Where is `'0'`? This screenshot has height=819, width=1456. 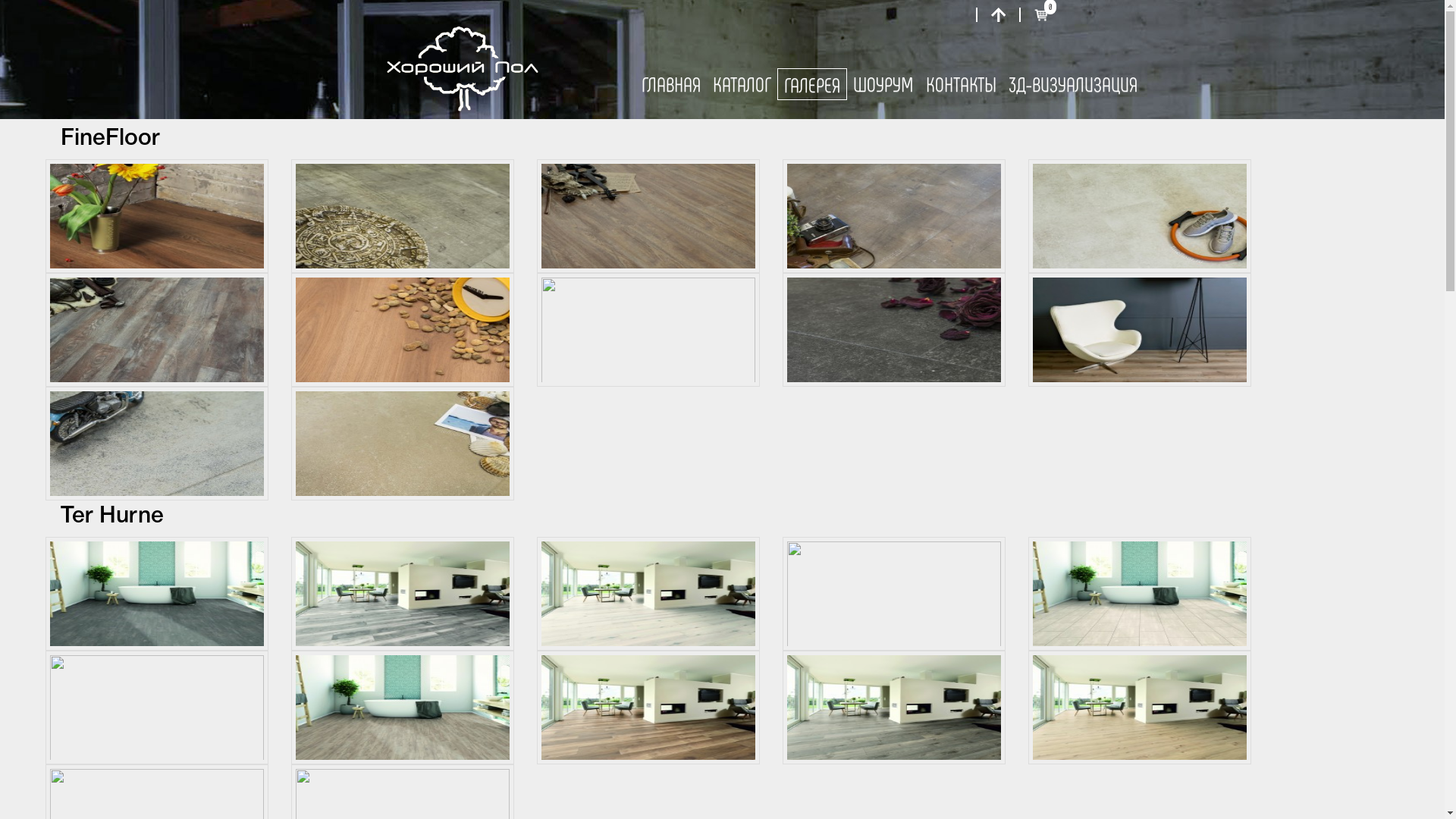
'0' is located at coordinates (1032, 14).